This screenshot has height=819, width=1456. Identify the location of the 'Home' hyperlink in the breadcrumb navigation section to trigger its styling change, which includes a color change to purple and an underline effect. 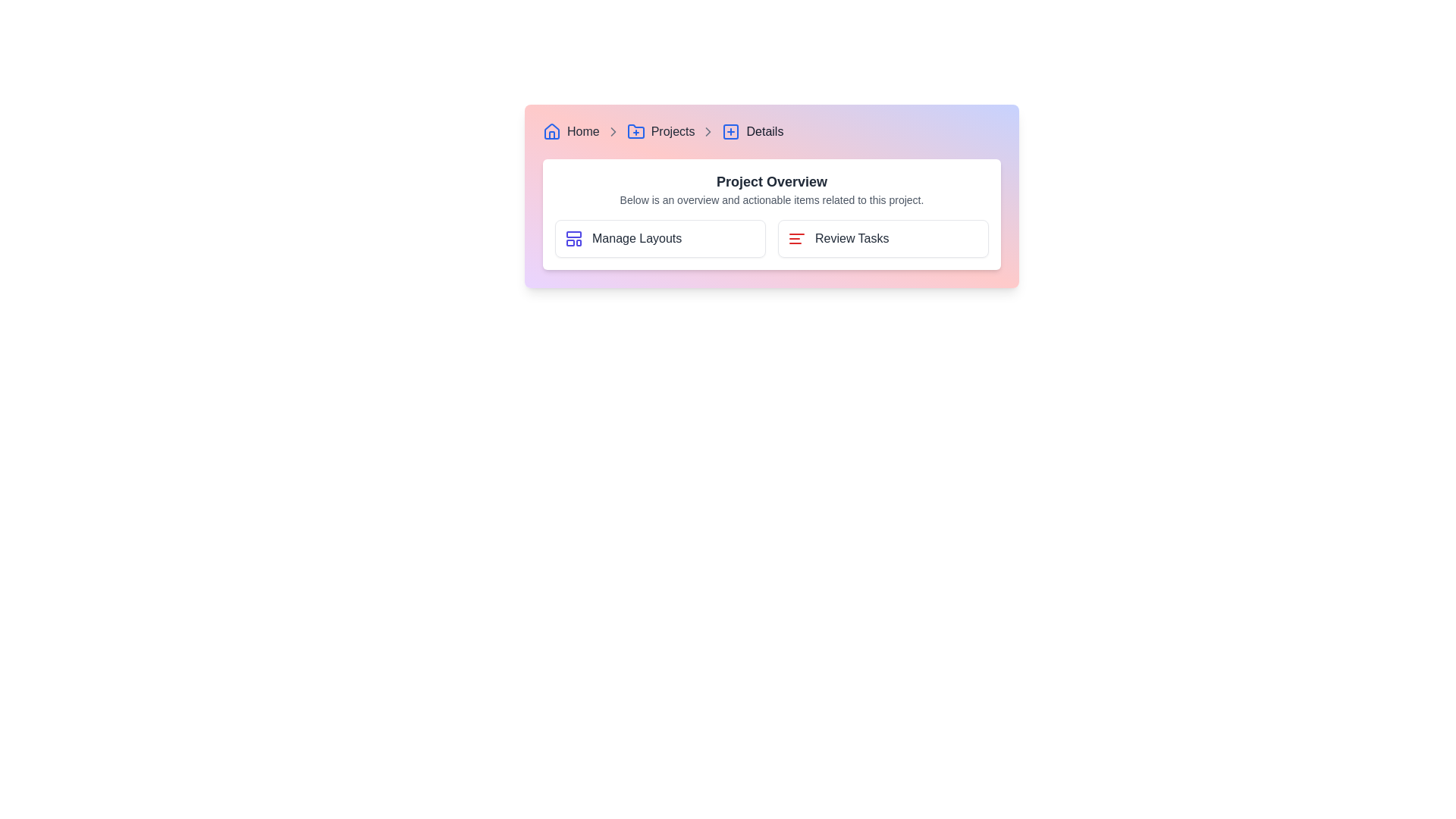
(582, 130).